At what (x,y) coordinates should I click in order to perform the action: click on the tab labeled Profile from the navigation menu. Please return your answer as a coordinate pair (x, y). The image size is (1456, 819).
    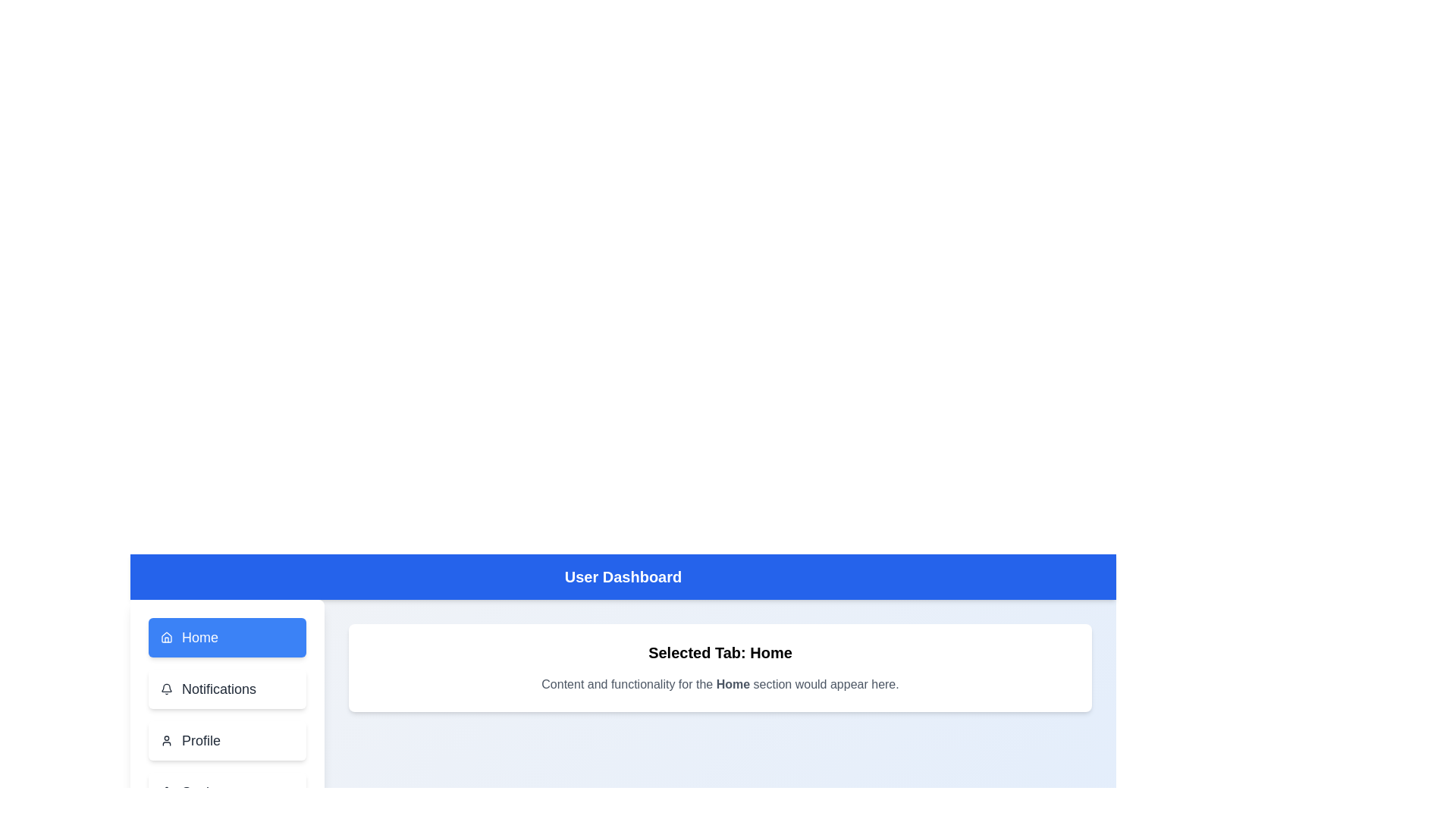
    Looking at the image, I should click on (226, 739).